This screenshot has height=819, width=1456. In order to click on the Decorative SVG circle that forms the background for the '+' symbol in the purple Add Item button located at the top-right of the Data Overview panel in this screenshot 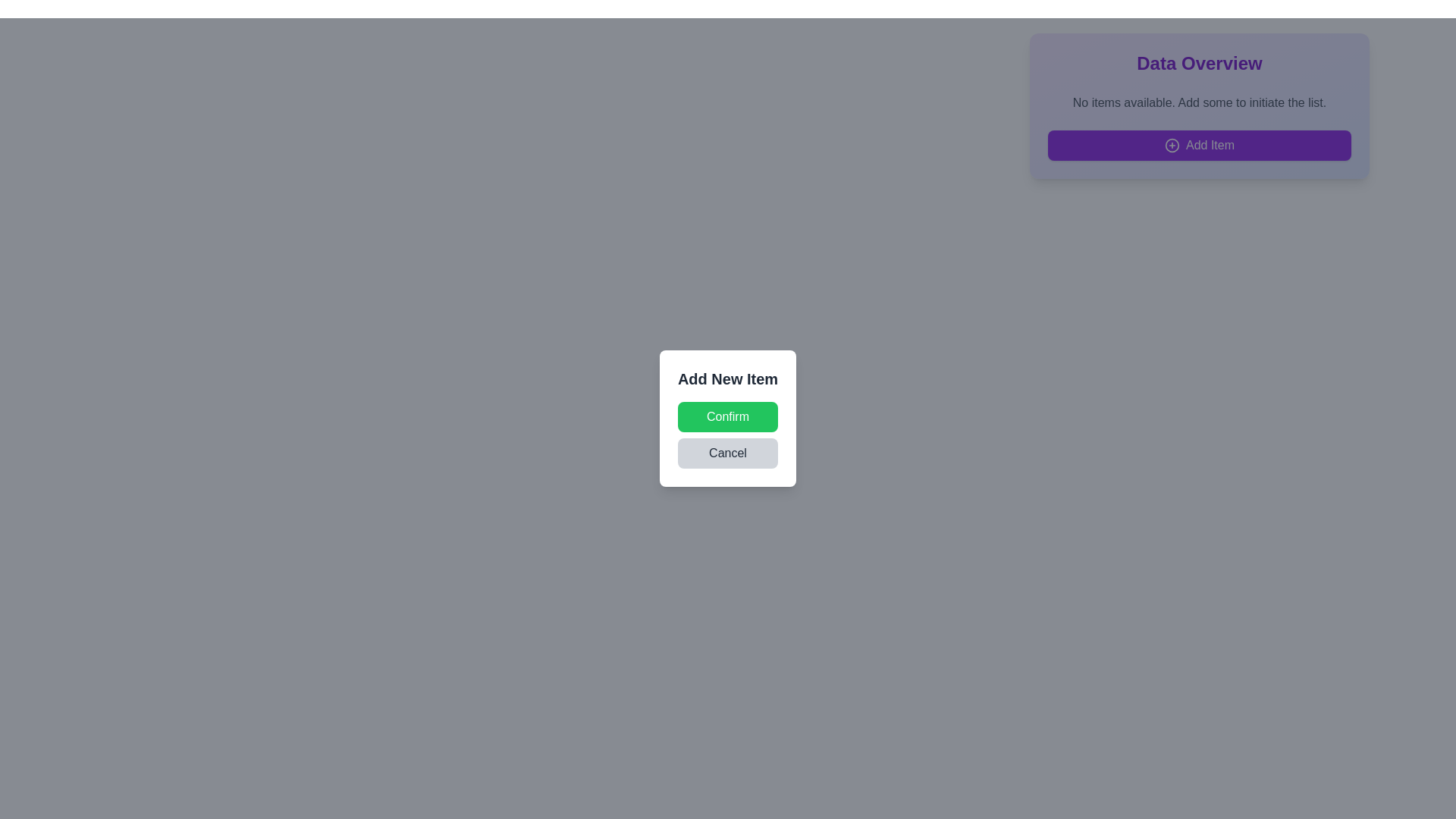, I will do `click(1171, 146)`.